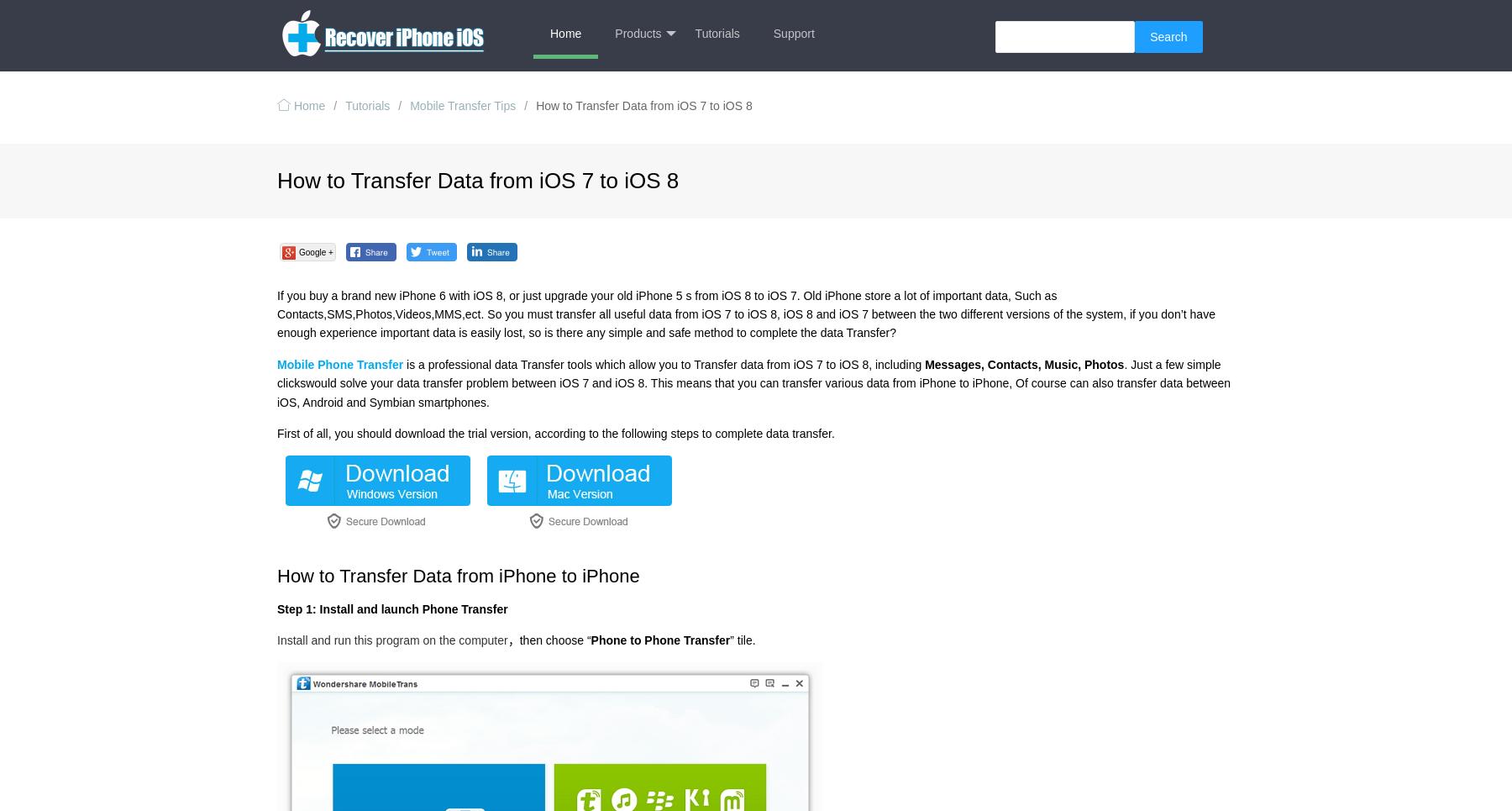 This screenshot has width=1512, height=811. I want to click on 'then choose “', so click(554, 638).